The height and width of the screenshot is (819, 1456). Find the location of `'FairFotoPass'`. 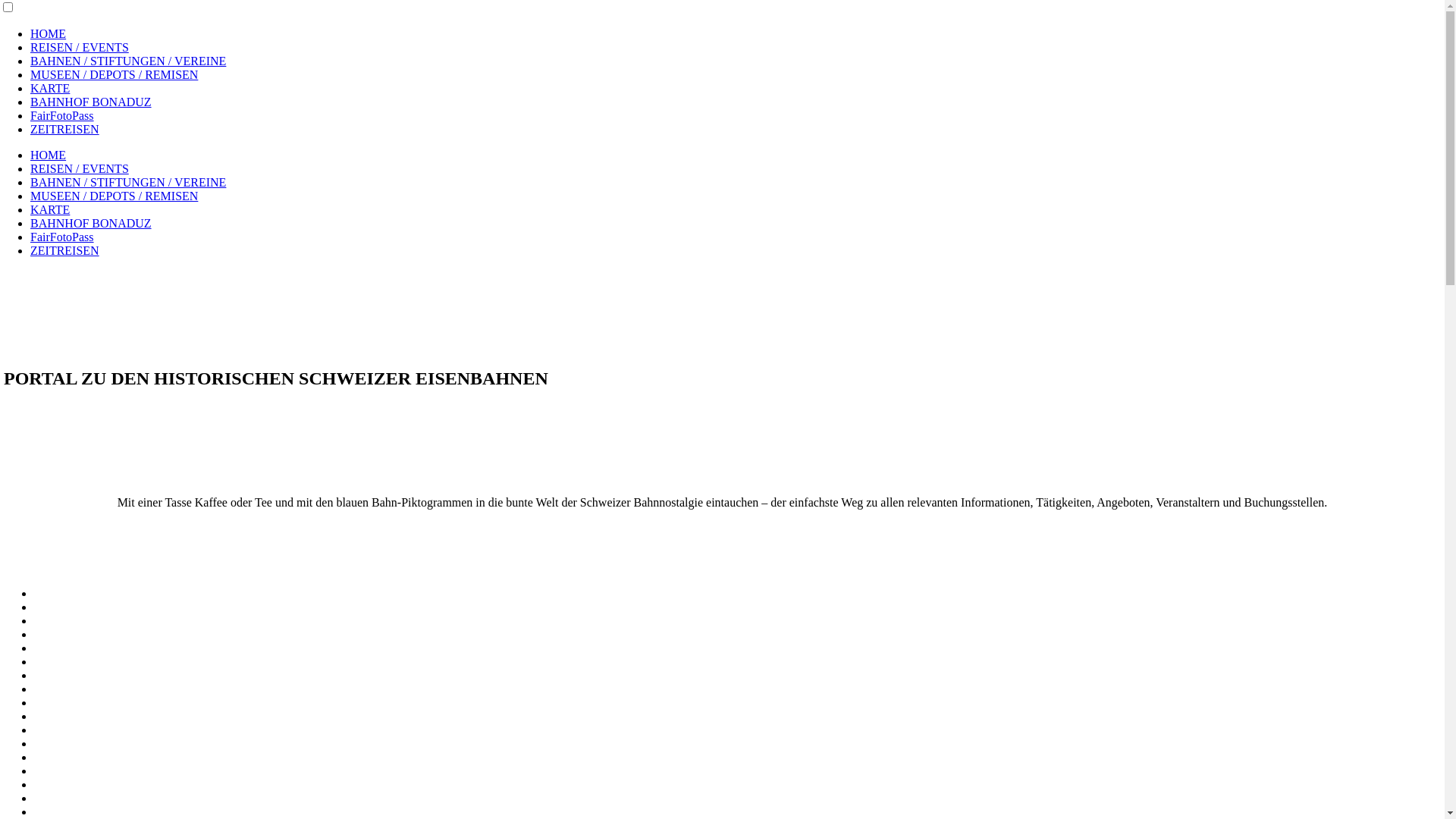

'FairFotoPass' is located at coordinates (61, 237).